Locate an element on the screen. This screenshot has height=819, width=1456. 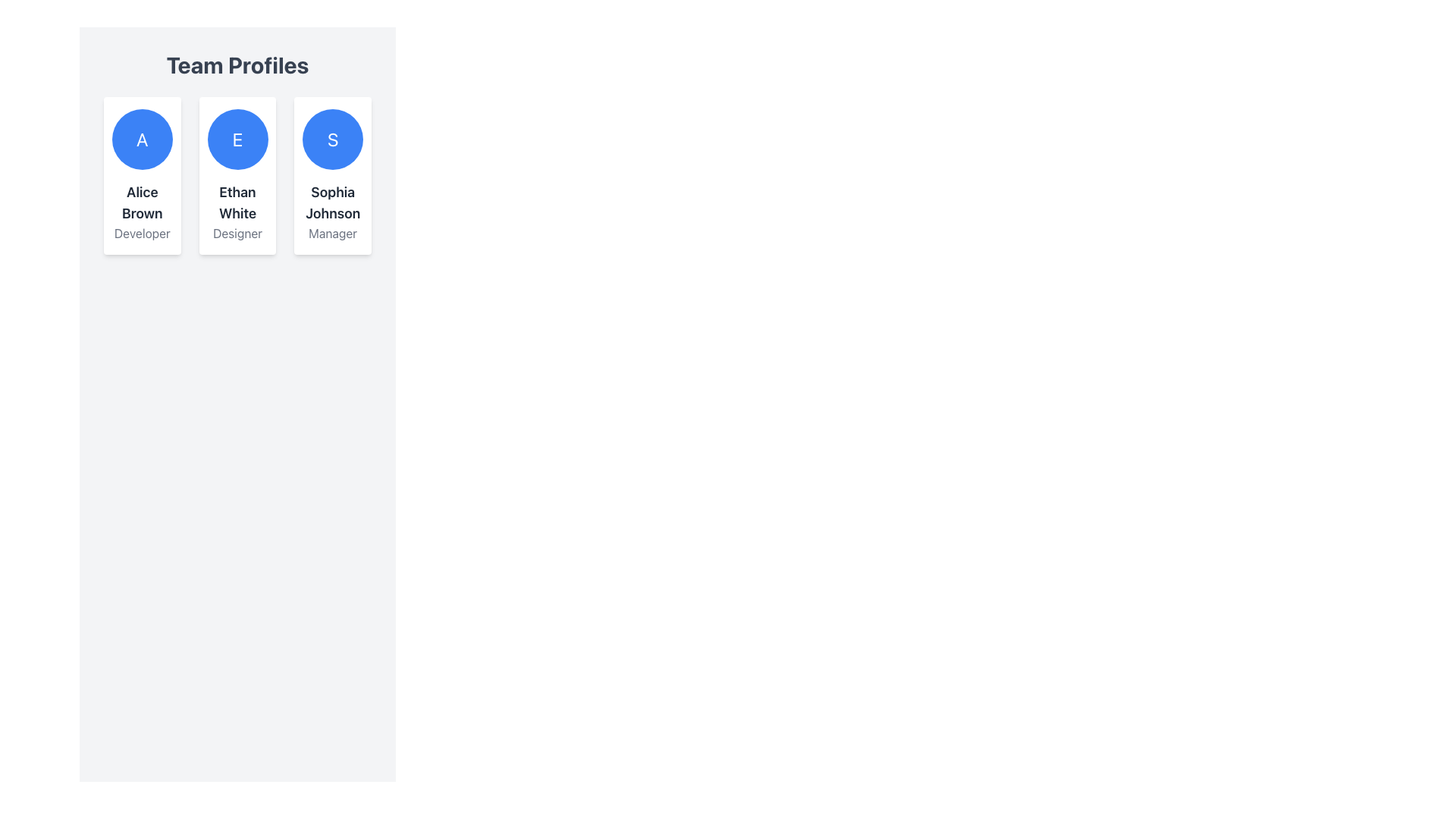
text content of the text label displaying 'Alice Brown' in bold, large font, located in the profile card below the avatar and above the 'Developer' label is located at coordinates (142, 202).